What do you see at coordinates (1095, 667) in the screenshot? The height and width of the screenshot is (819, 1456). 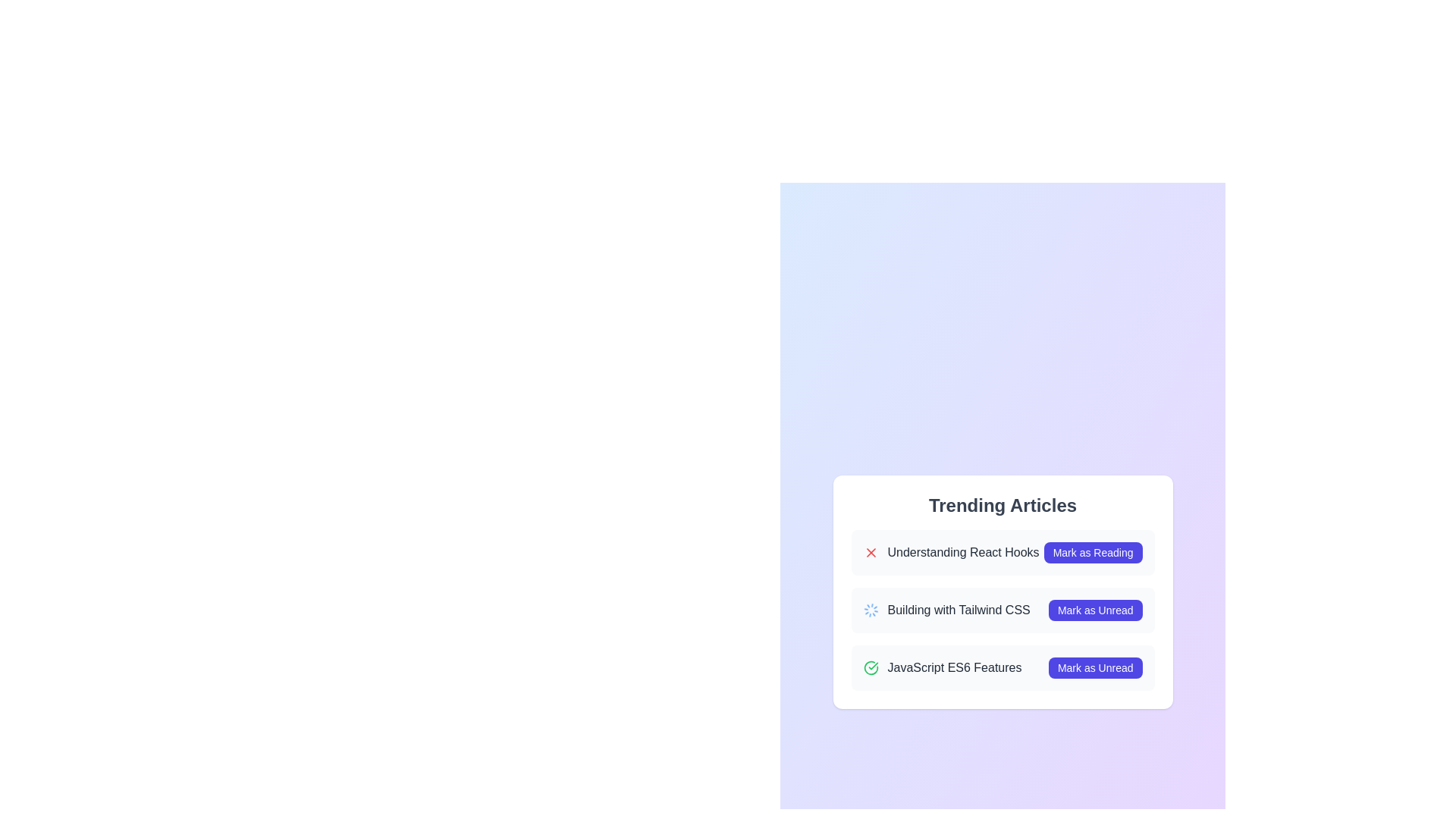 I see `the 'Mark as Unread' button located at the bottom row of the 'Trending Articles' section, aligned with the text 'JavaScript ES6 Features'` at bounding box center [1095, 667].